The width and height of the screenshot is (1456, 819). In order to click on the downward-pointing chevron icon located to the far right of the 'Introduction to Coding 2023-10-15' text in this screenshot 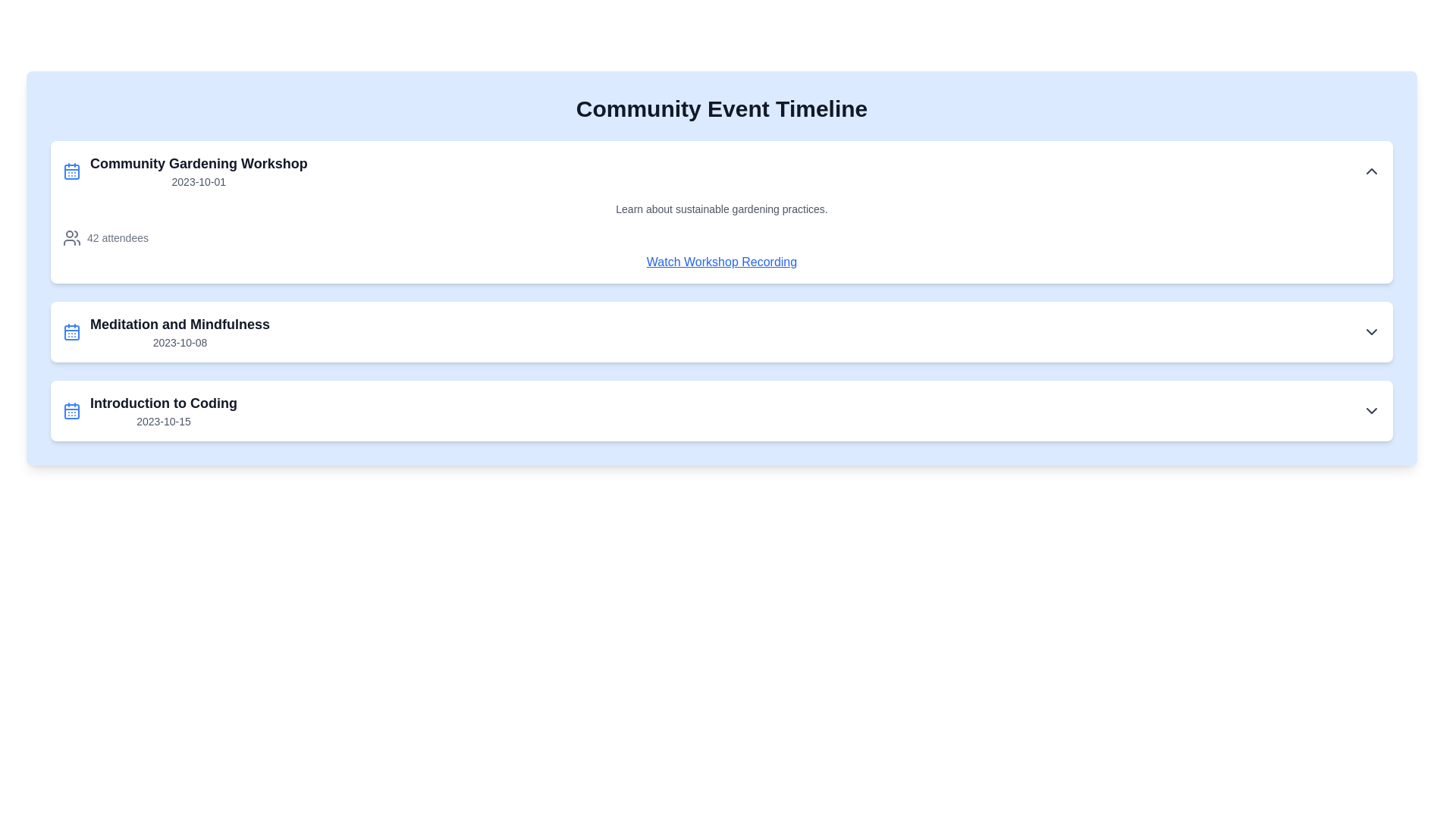, I will do `click(1372, 411)`.